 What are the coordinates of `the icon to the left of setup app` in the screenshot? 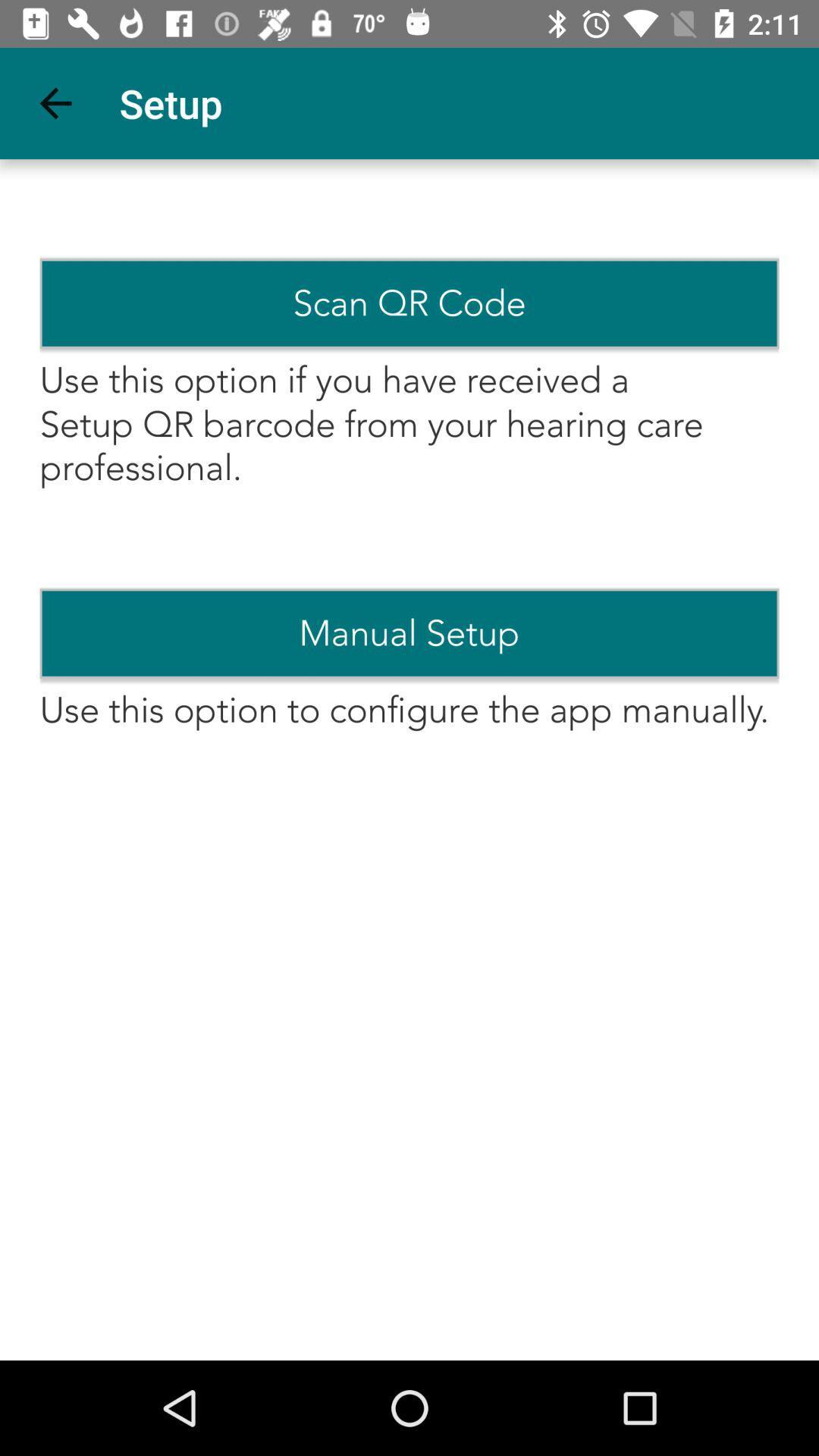 It's located at (55, 102).